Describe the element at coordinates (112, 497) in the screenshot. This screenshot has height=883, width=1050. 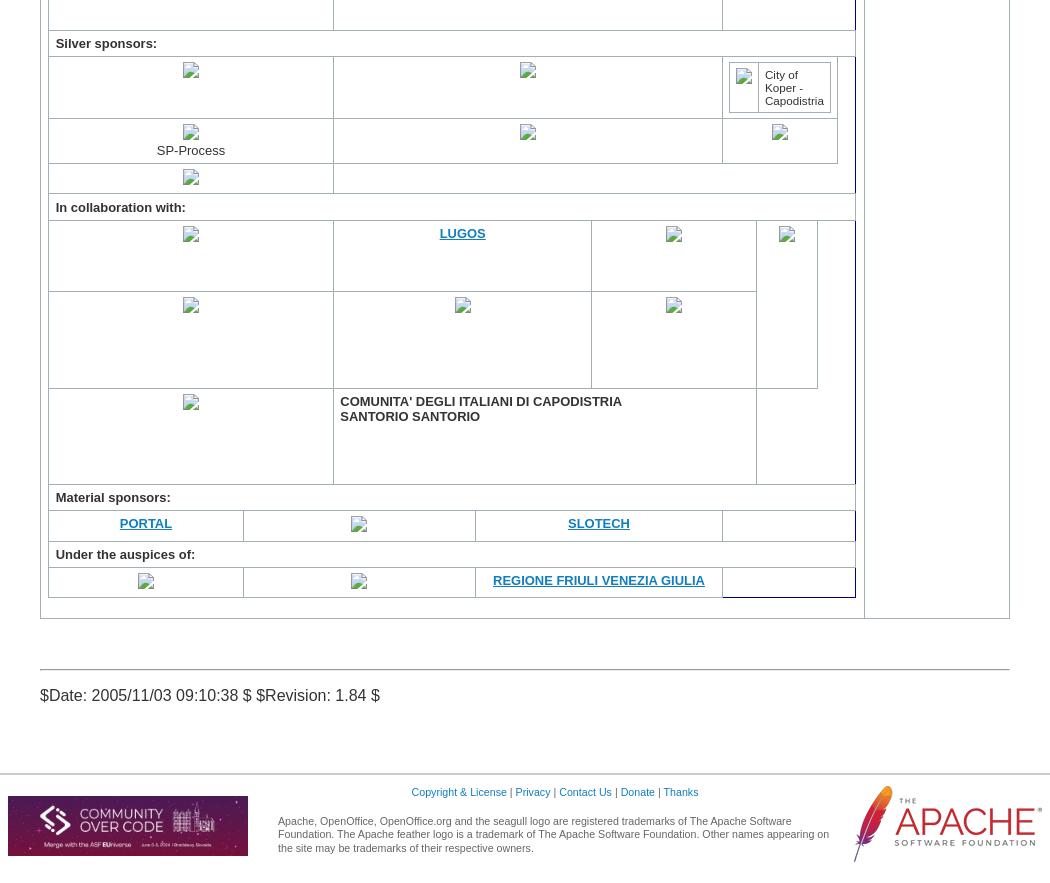
I see `'Material sponsors:'` at that location.